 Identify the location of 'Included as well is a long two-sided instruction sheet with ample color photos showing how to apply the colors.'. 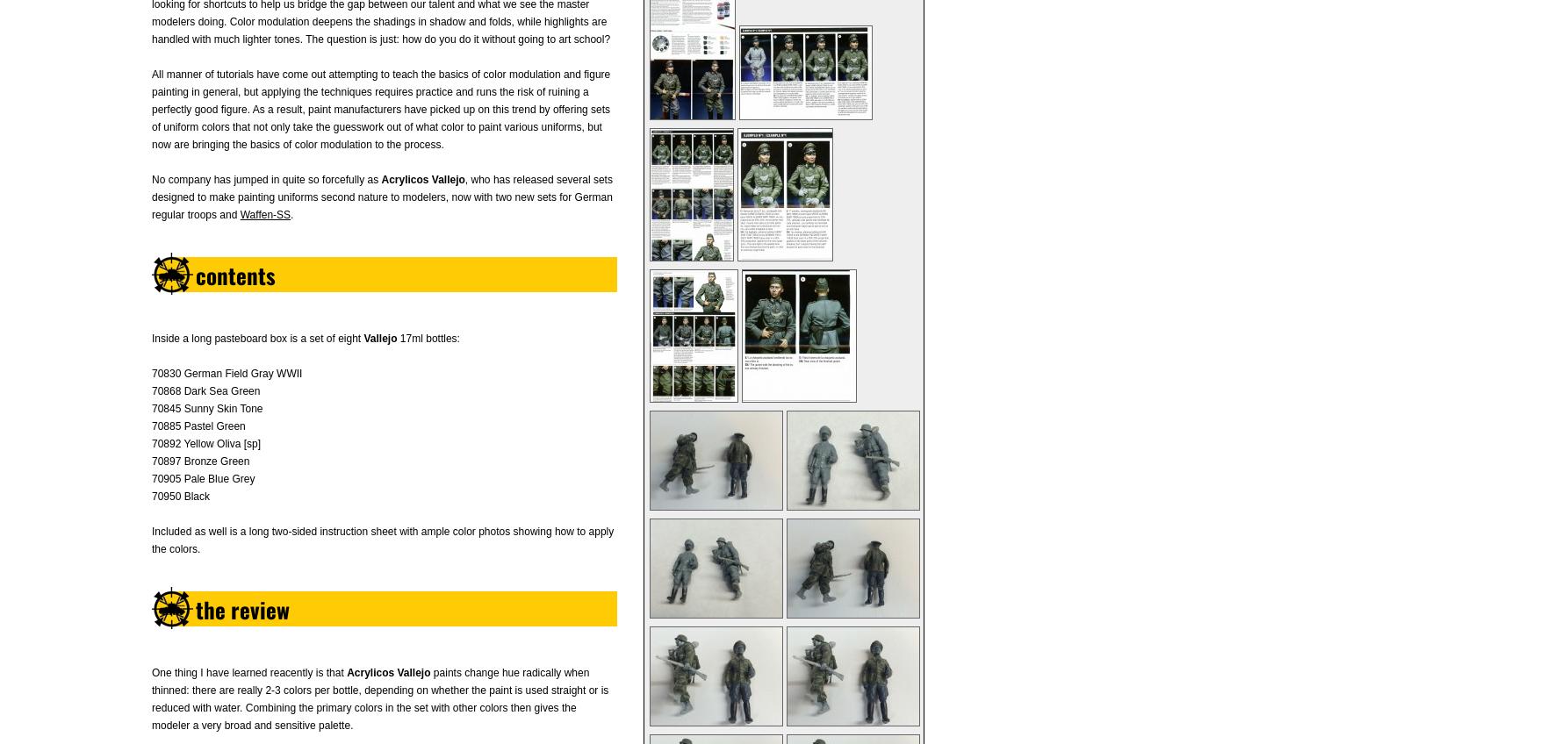
(382, 540).